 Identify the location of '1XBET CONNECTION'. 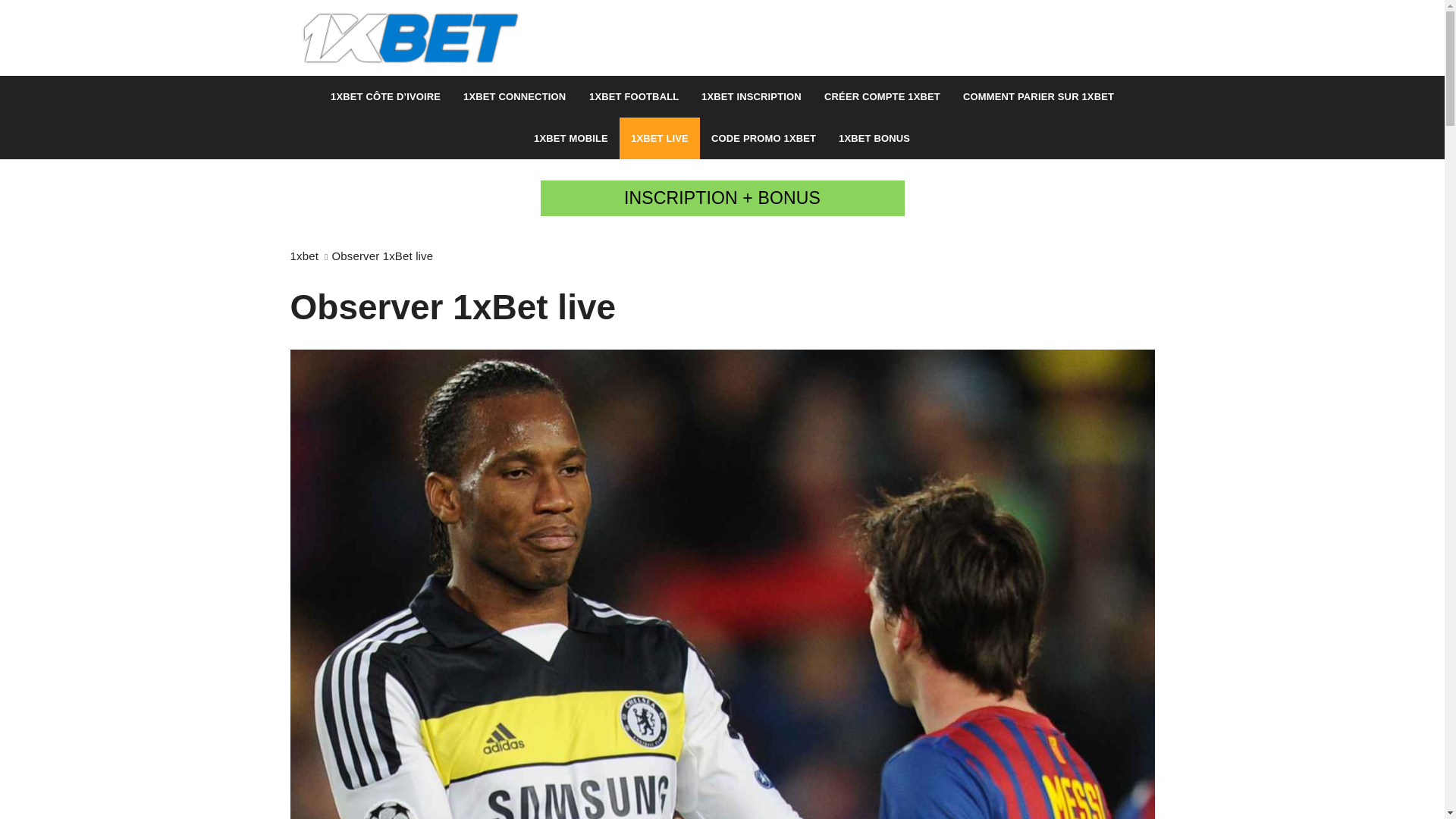
(514, 96).